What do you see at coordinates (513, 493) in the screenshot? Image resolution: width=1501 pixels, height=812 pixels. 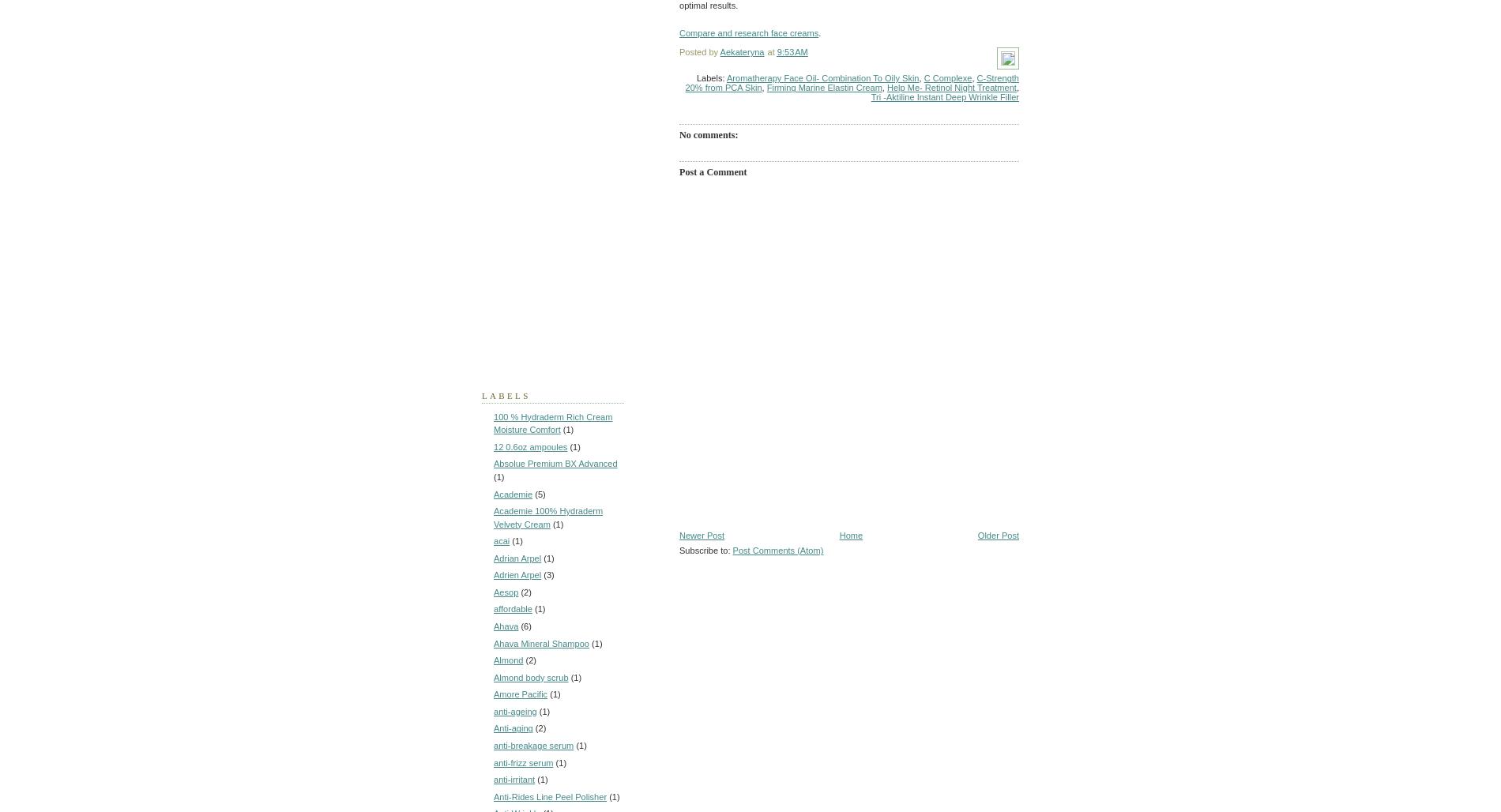 I see `'Academie'` at bounding box center [513, 493].